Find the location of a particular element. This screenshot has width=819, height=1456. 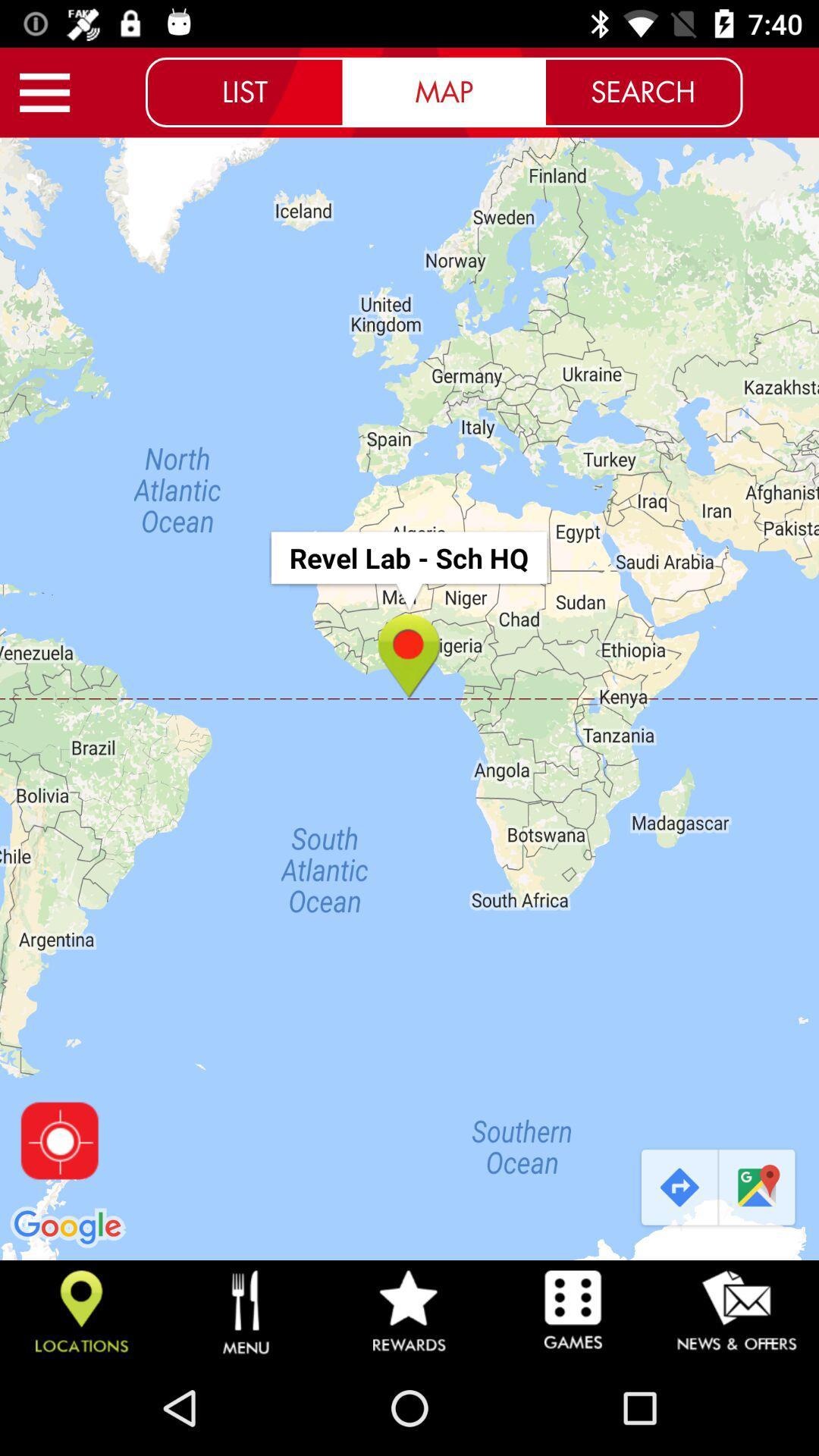

the menu icon is located at coordinates (44, 92).